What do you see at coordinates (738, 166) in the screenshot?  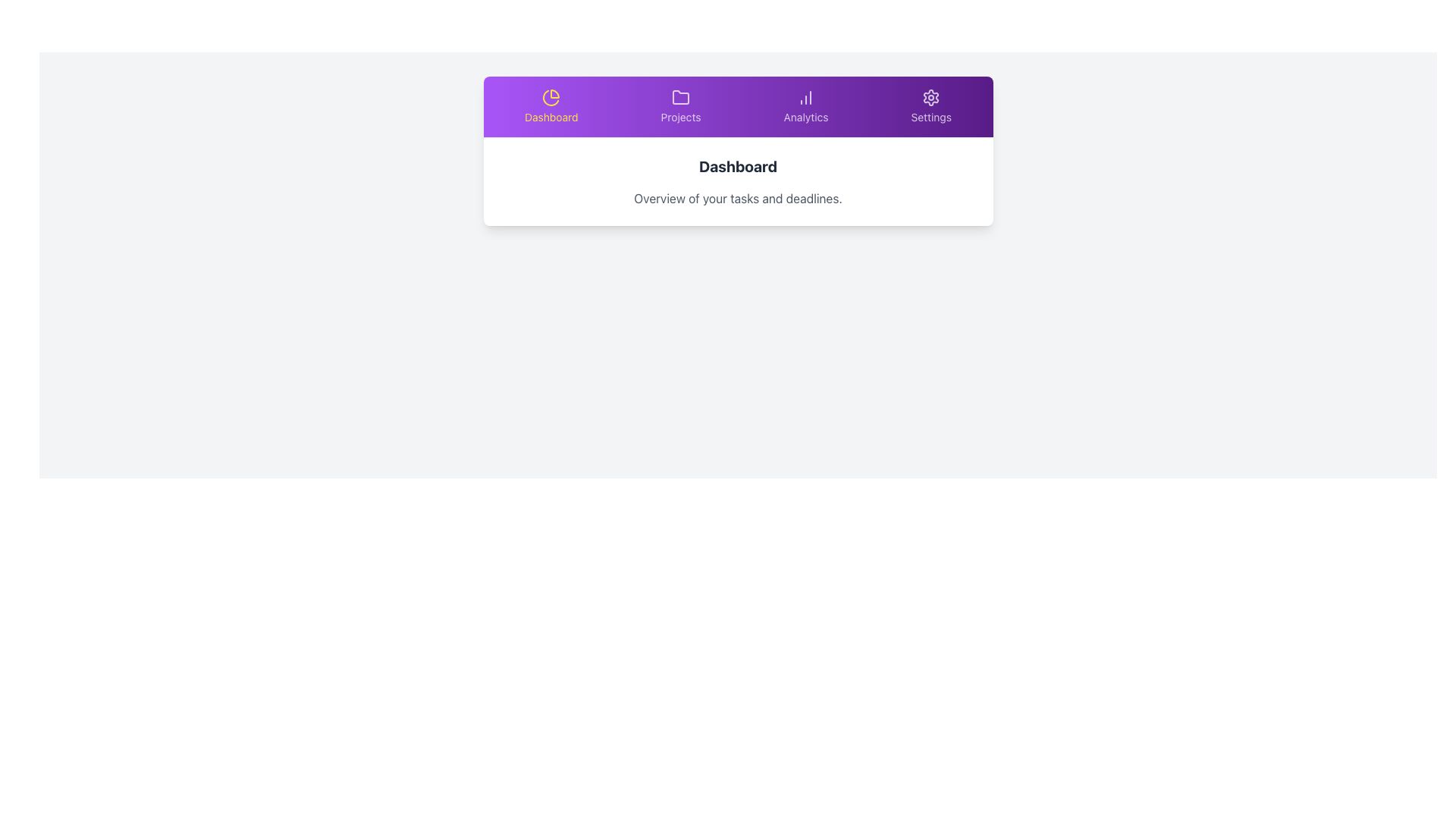 I see `the bold 'Dashboard' text label at the top of the main content area, which is prominently displayed in a large dark gray font and located directly below the navigation bar` at bounding box center [738, 166].